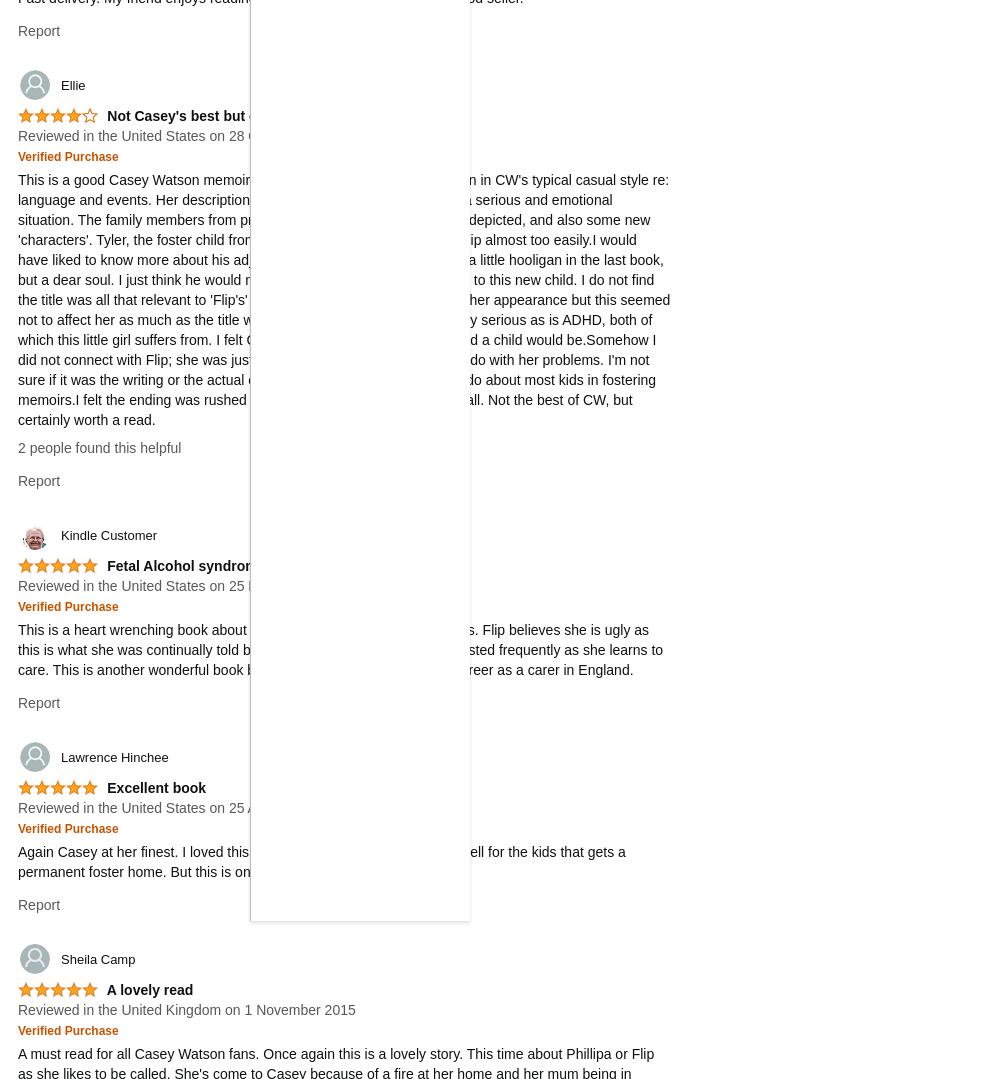 This screenshot has width=1000, height=1079. Describe the element at coordinates (164, 806) in the screenshot. I see `'Reviewed in the United States on 25 April 2022'` at that location.